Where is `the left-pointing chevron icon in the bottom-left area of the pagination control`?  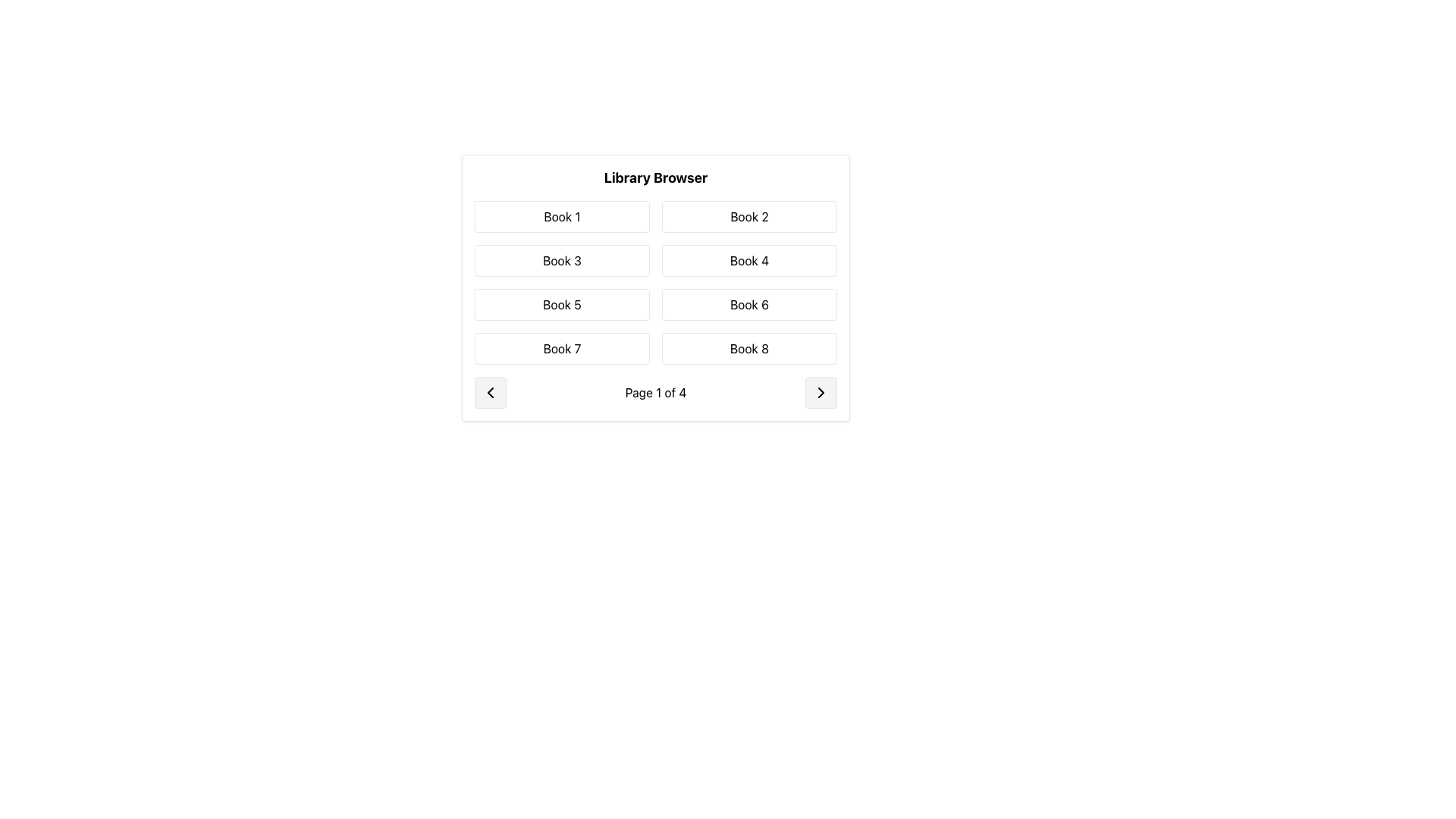
the left-pointing chevron icon in the bottom-left area of the pagination control is located at coordinates (491, 391).